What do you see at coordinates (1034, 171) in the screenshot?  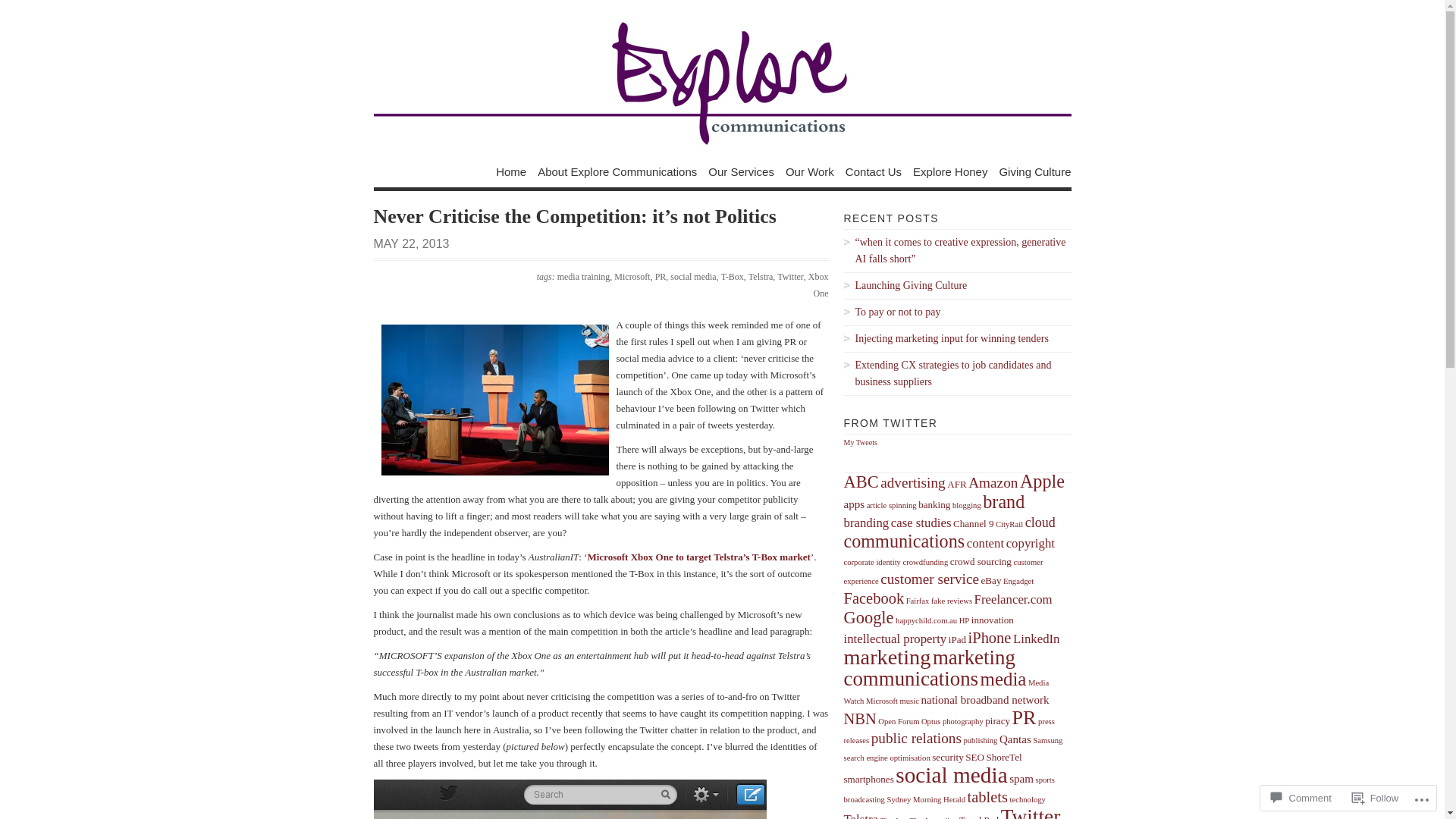 I see `'Giving Culture'` at bounding box center [1034, 171].